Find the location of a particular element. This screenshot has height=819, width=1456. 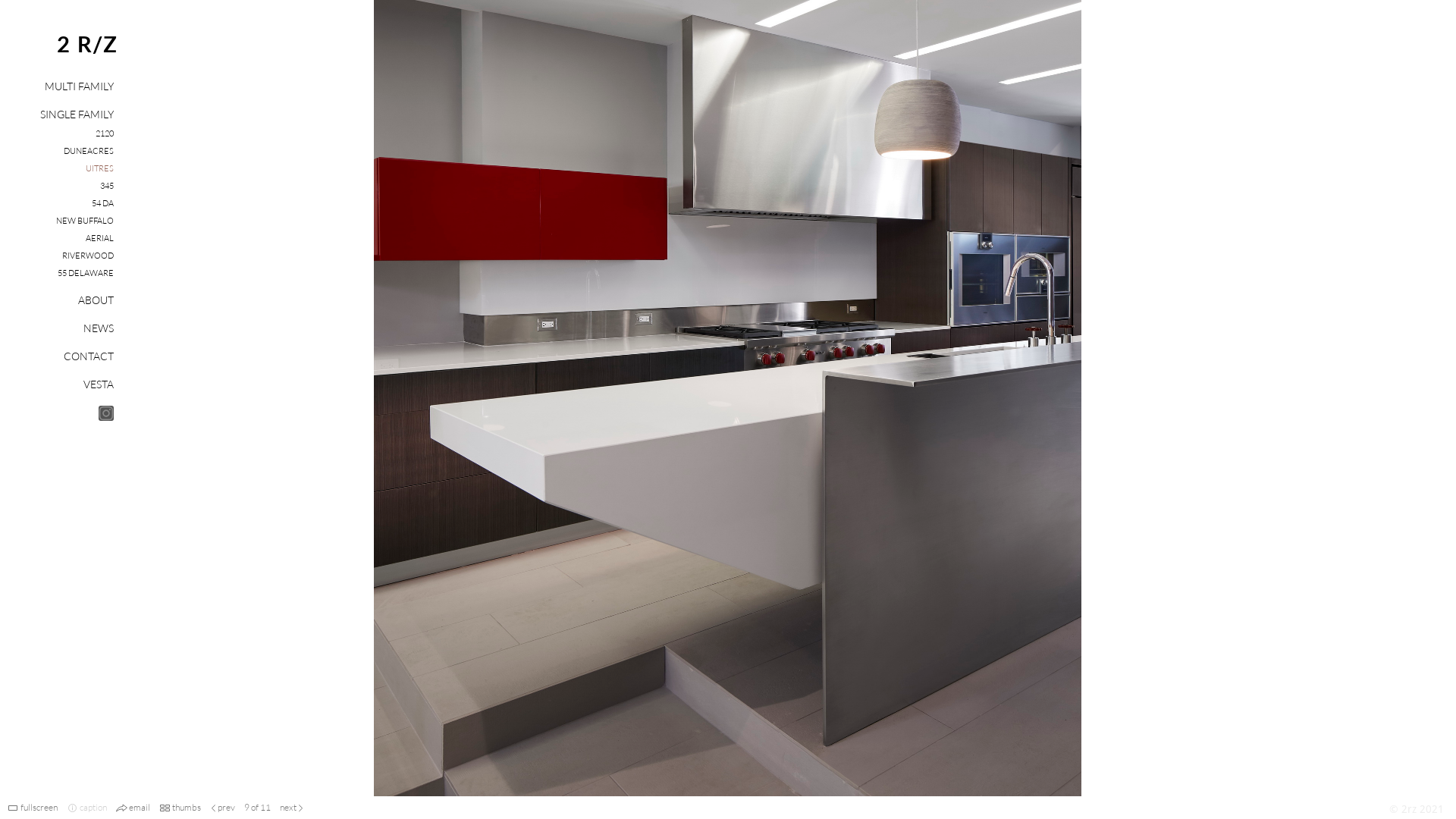

'thumbs' is located at coordinates (185, 805).